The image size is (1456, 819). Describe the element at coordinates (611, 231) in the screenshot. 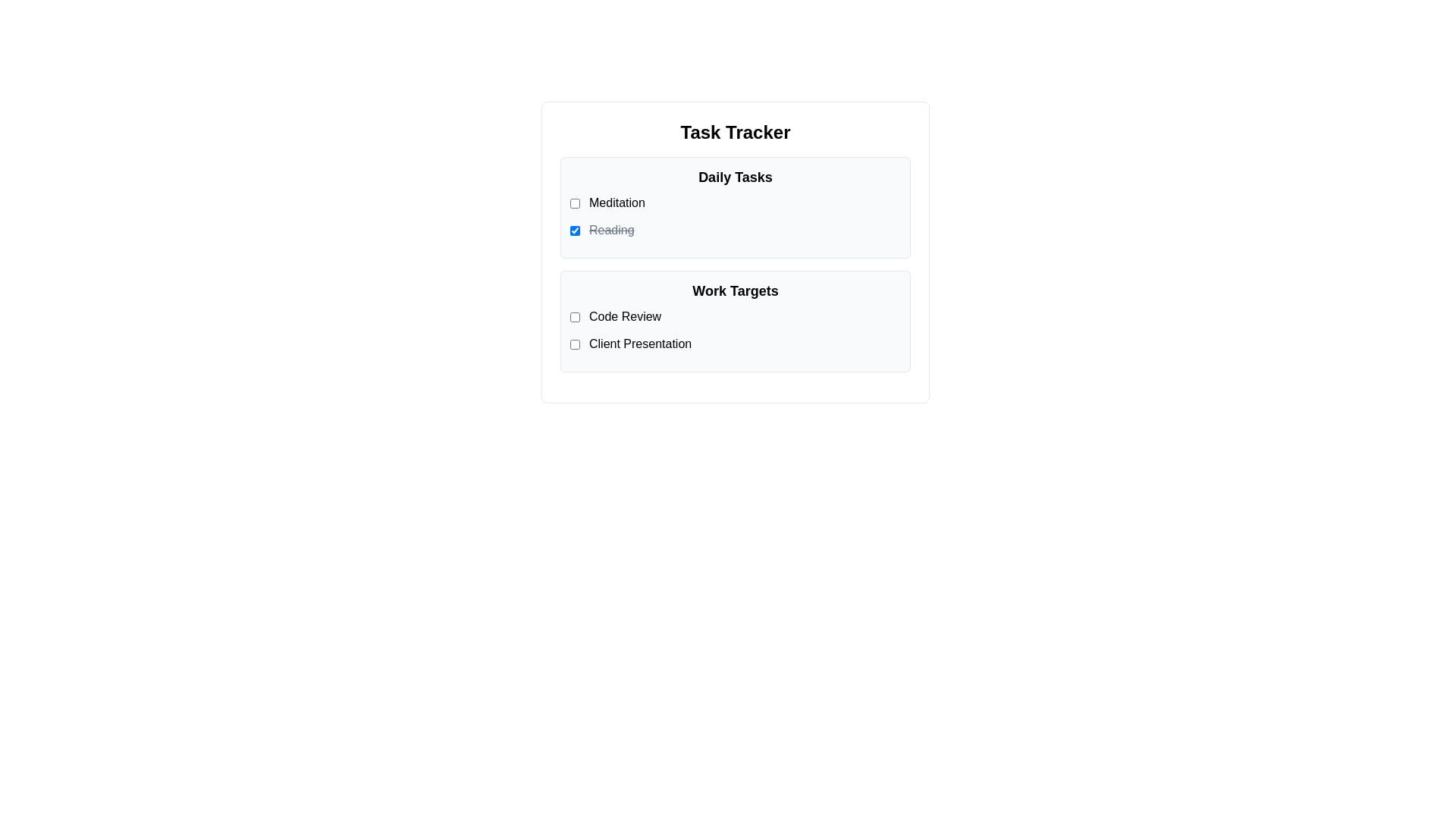

I see `text label indicating a completed task located in the 'Daily Tasks' section of the 'Task Tracker' interface, which is the second item in the list with a strikethrough style and a checked checkbox beside it` at that location.